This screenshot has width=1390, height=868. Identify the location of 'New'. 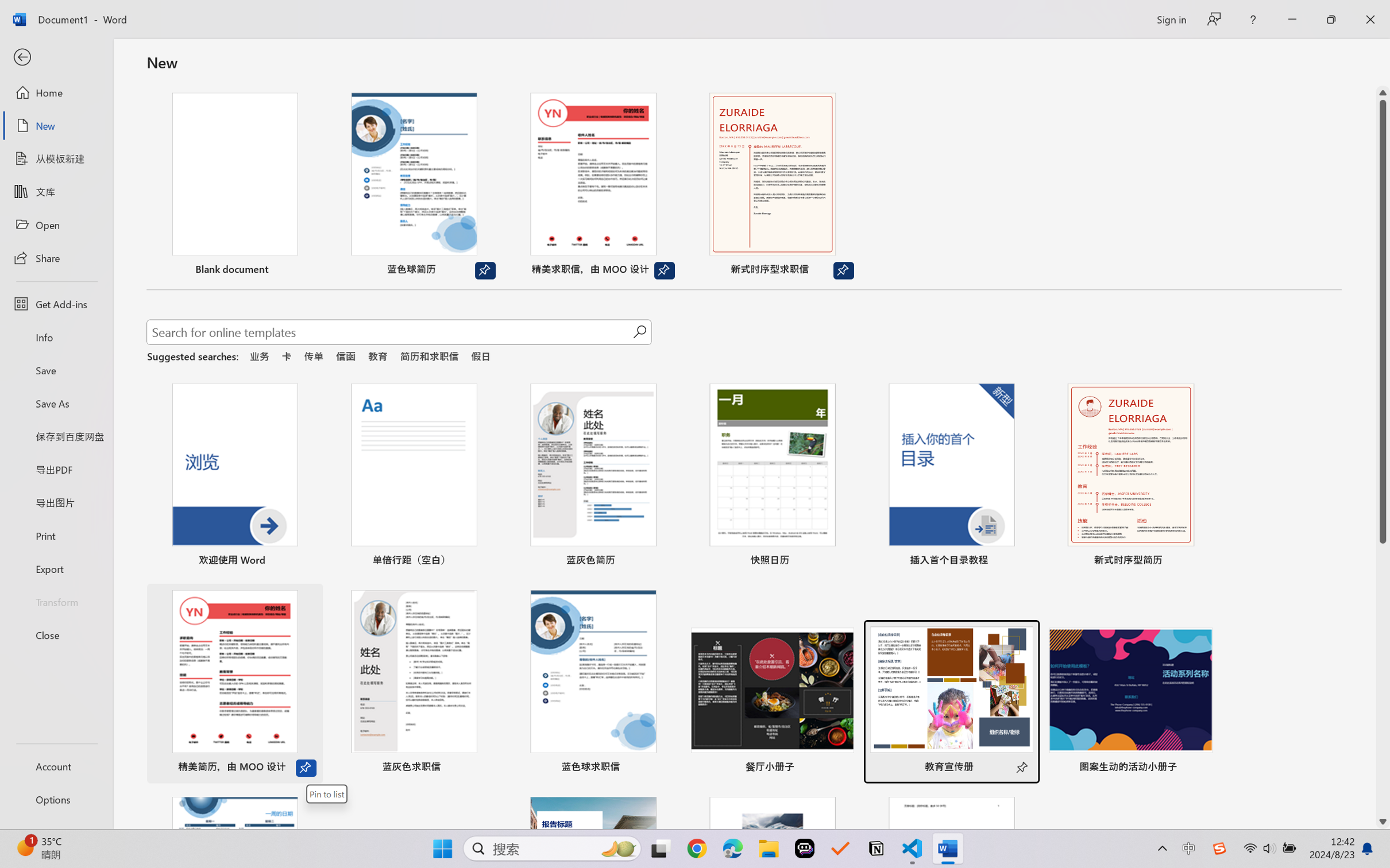
(56, 125).